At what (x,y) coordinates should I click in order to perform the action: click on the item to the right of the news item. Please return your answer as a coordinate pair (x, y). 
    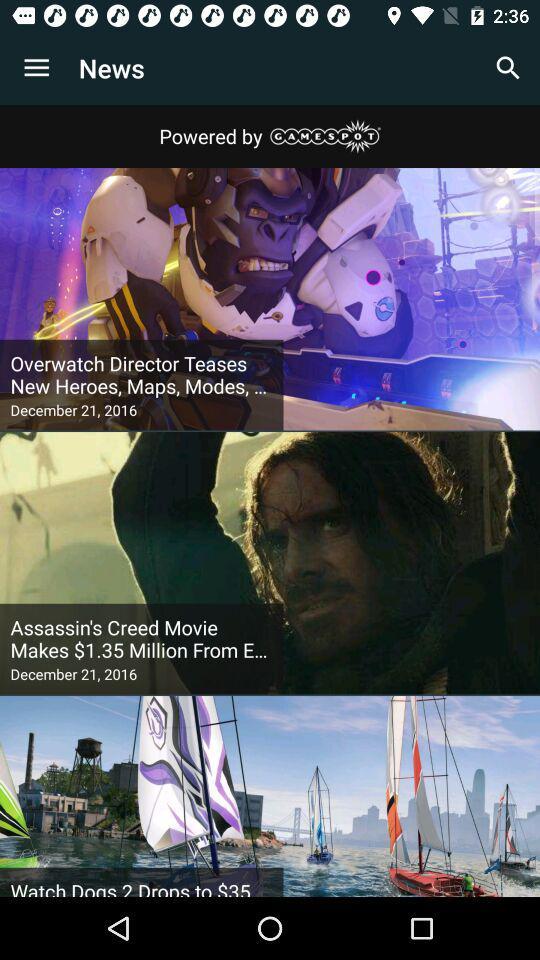
    Looking at the image, I should click on (508, 68).